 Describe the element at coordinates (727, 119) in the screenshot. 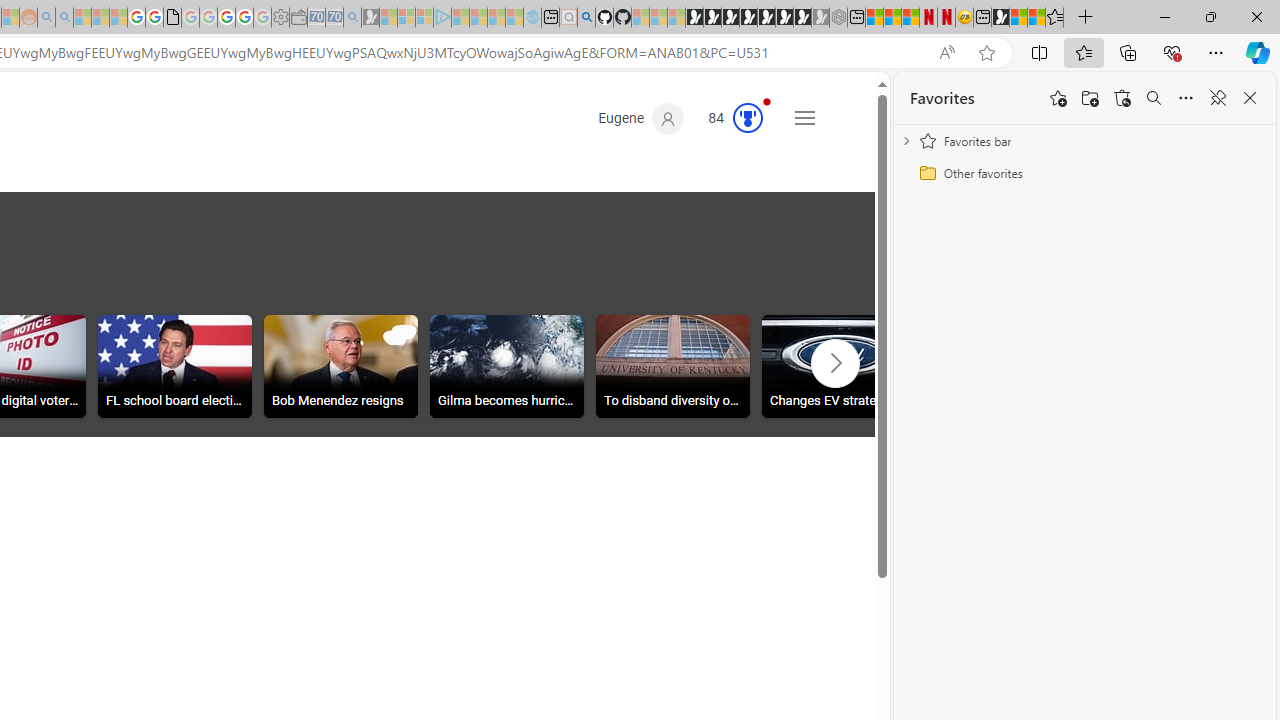

I see `'Microsoft Rewards 84'` at that location.